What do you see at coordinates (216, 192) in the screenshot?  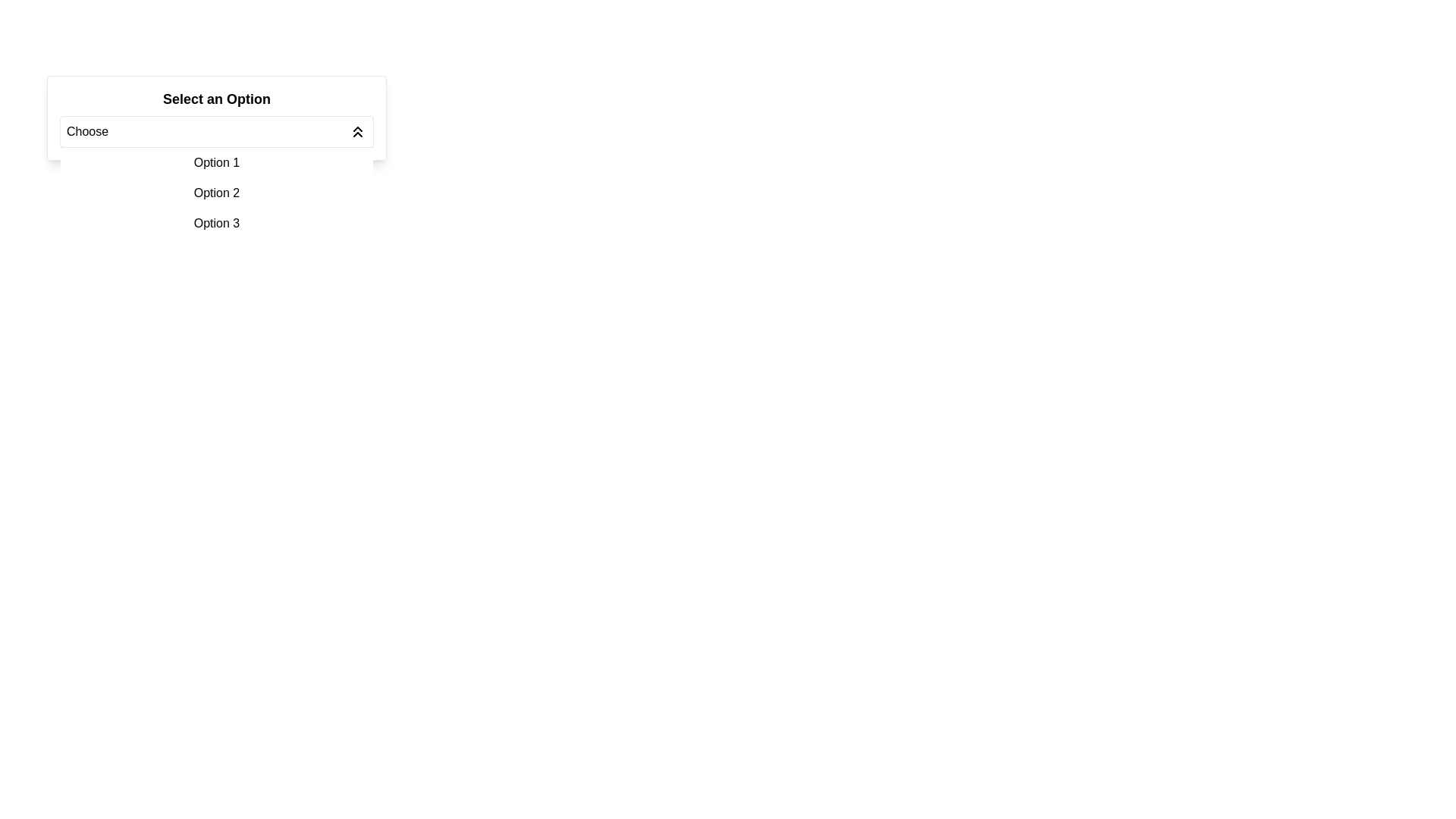 I see `the 'Option 2' text label within the dropdown menu` at bounding box center [216, 192].